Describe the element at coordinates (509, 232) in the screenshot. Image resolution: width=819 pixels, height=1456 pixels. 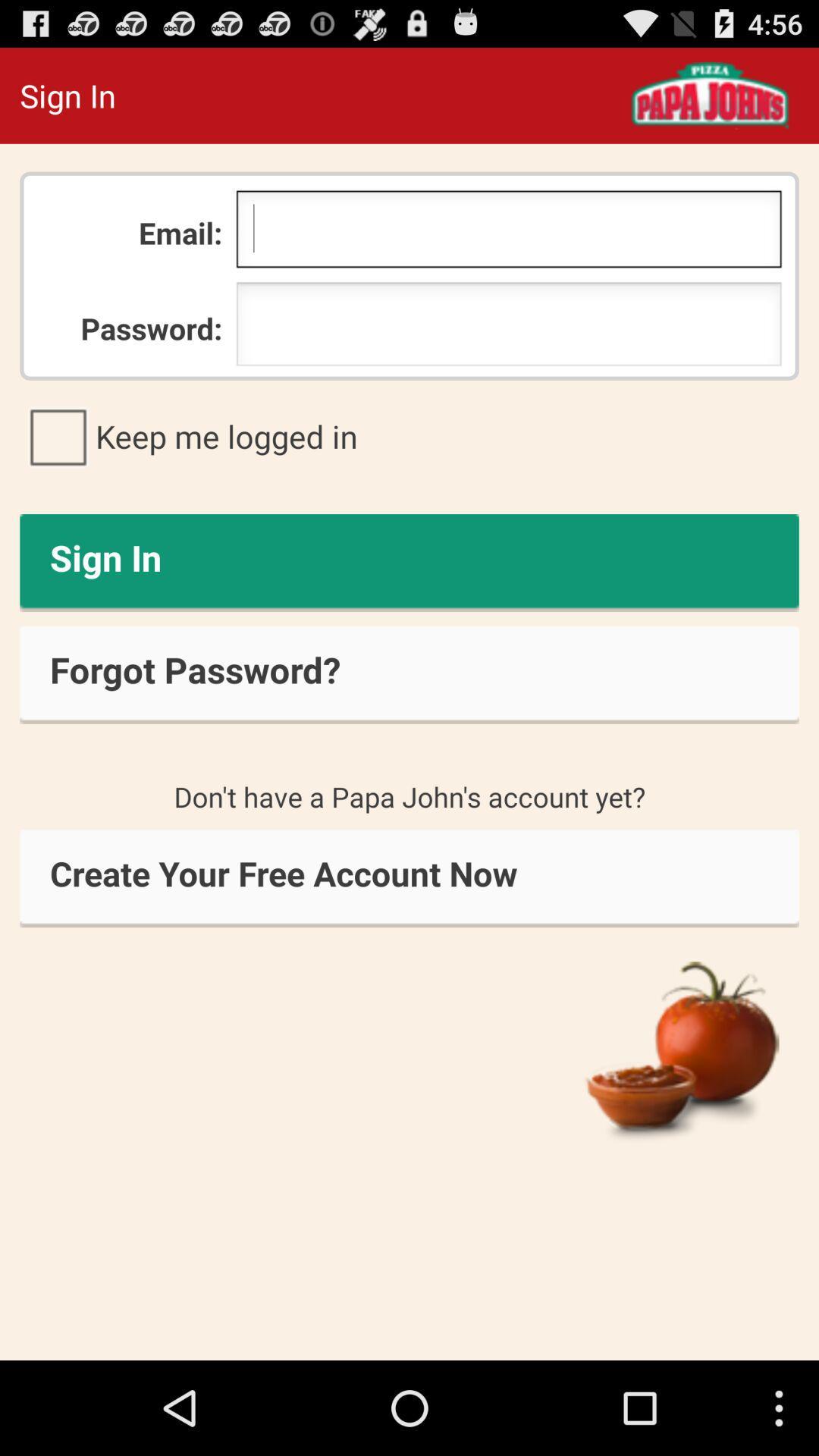
I see `type your email` at that location.